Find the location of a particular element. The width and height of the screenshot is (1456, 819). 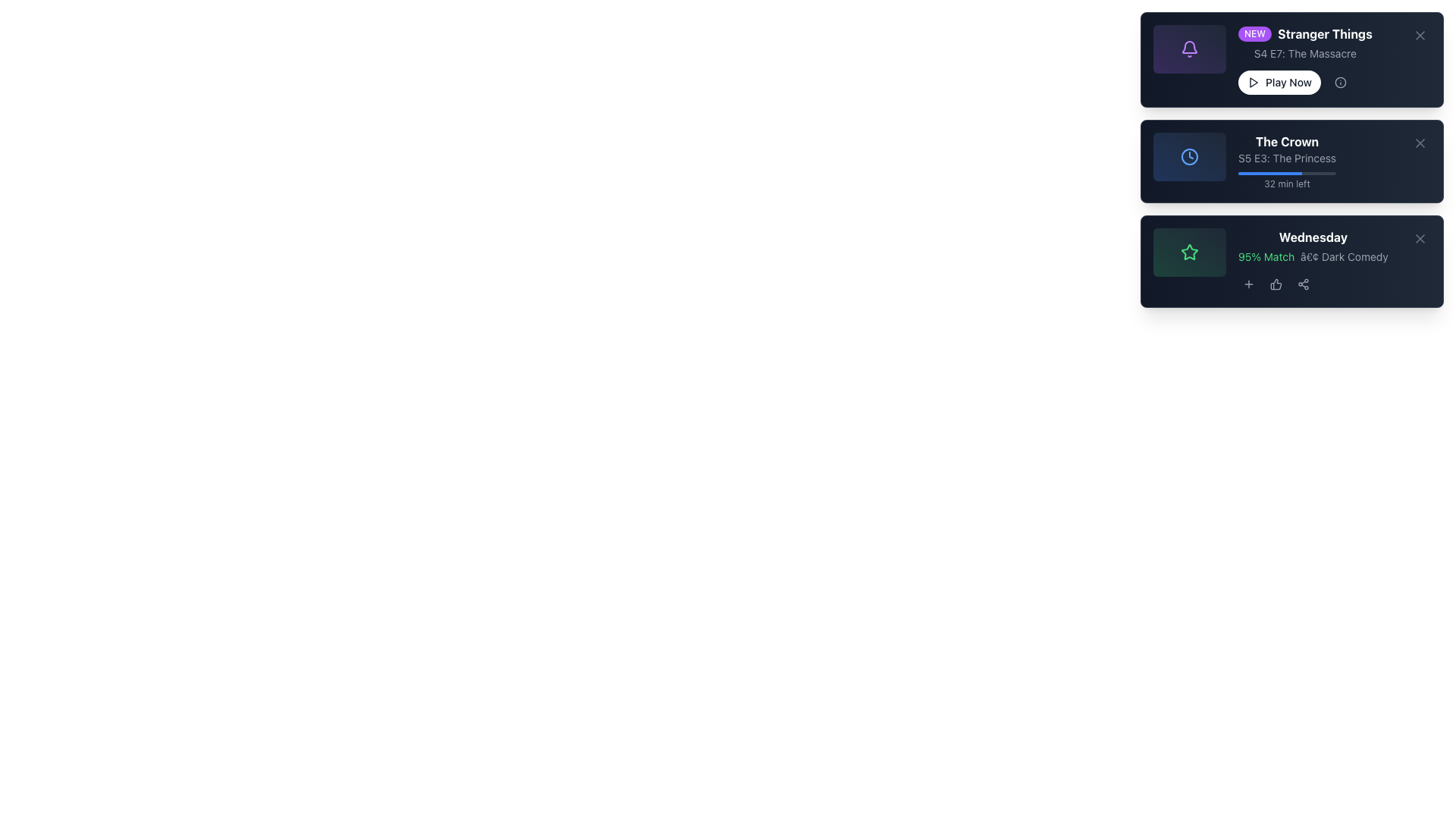

the match percentage of the Content Preview Item for 'Wednesday', which is the third item in the media suggestions list is located at coordinates (1291, 260).